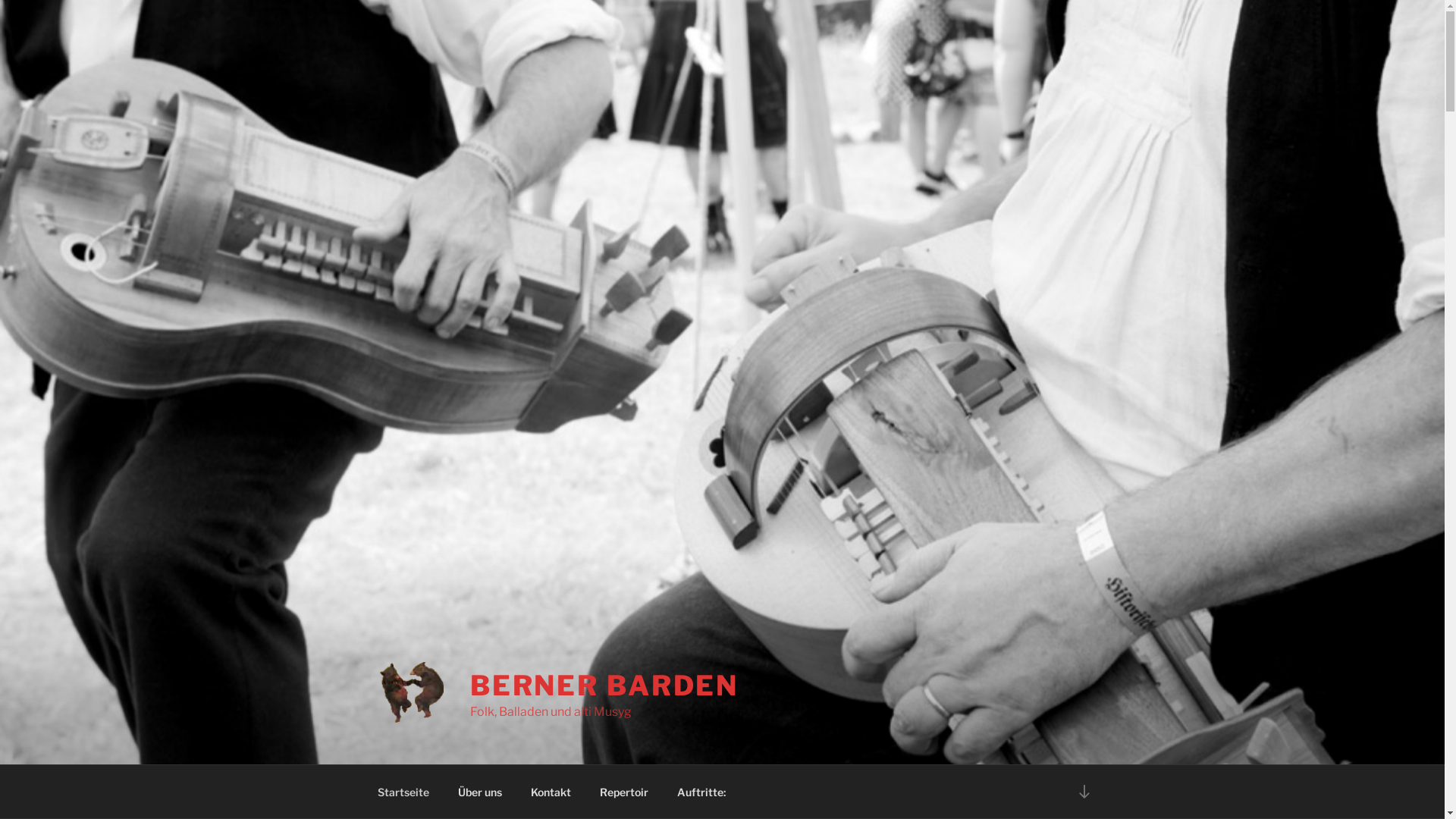 The image size is (1456, 819). What do you see at coordinates (624, 791) in the screenshot?
I see `'Repertoir'` at bounding box center [624, 791].